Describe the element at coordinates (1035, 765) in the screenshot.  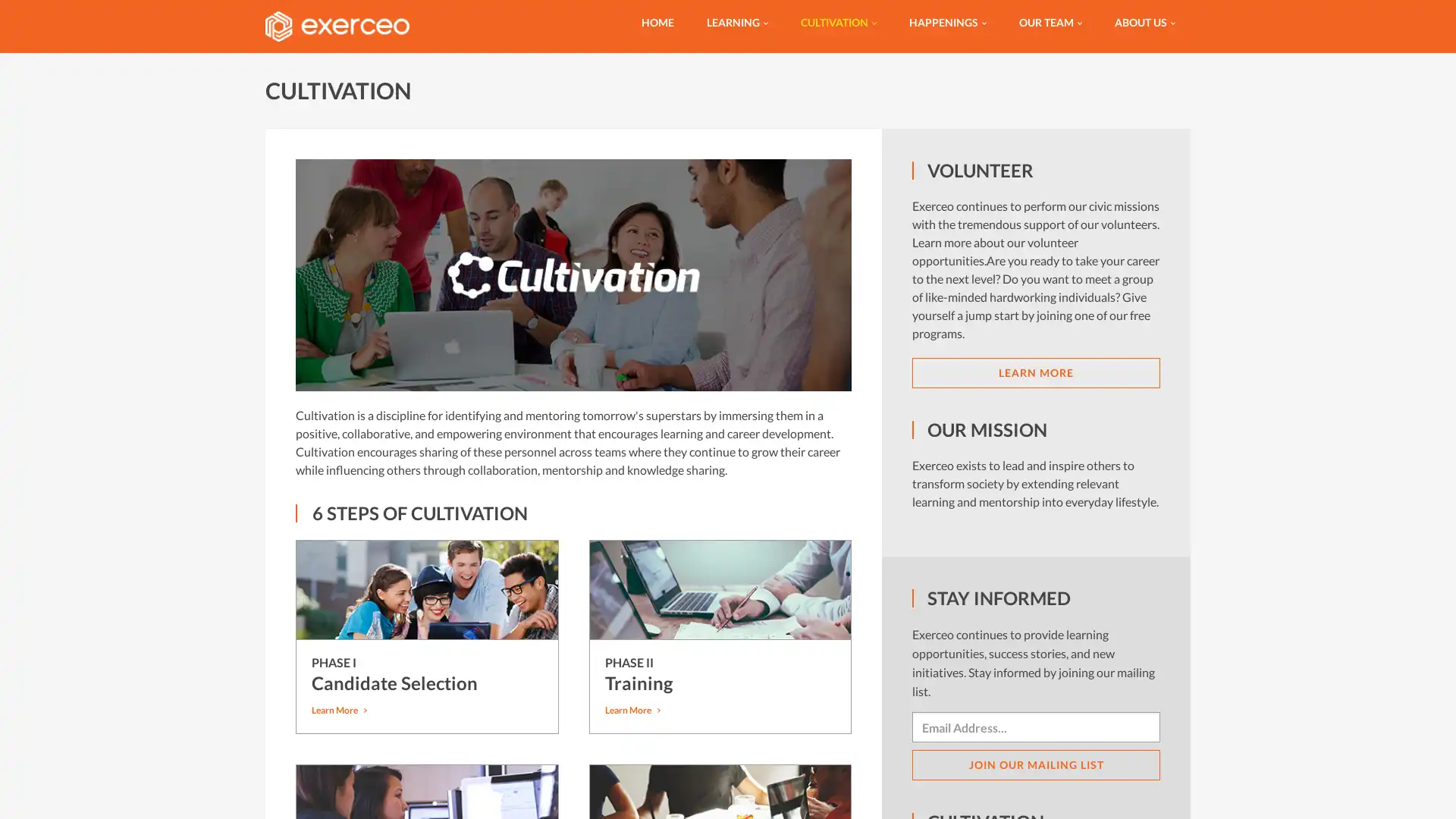
I see `JOIN OUR MAILING LIST` at that location.